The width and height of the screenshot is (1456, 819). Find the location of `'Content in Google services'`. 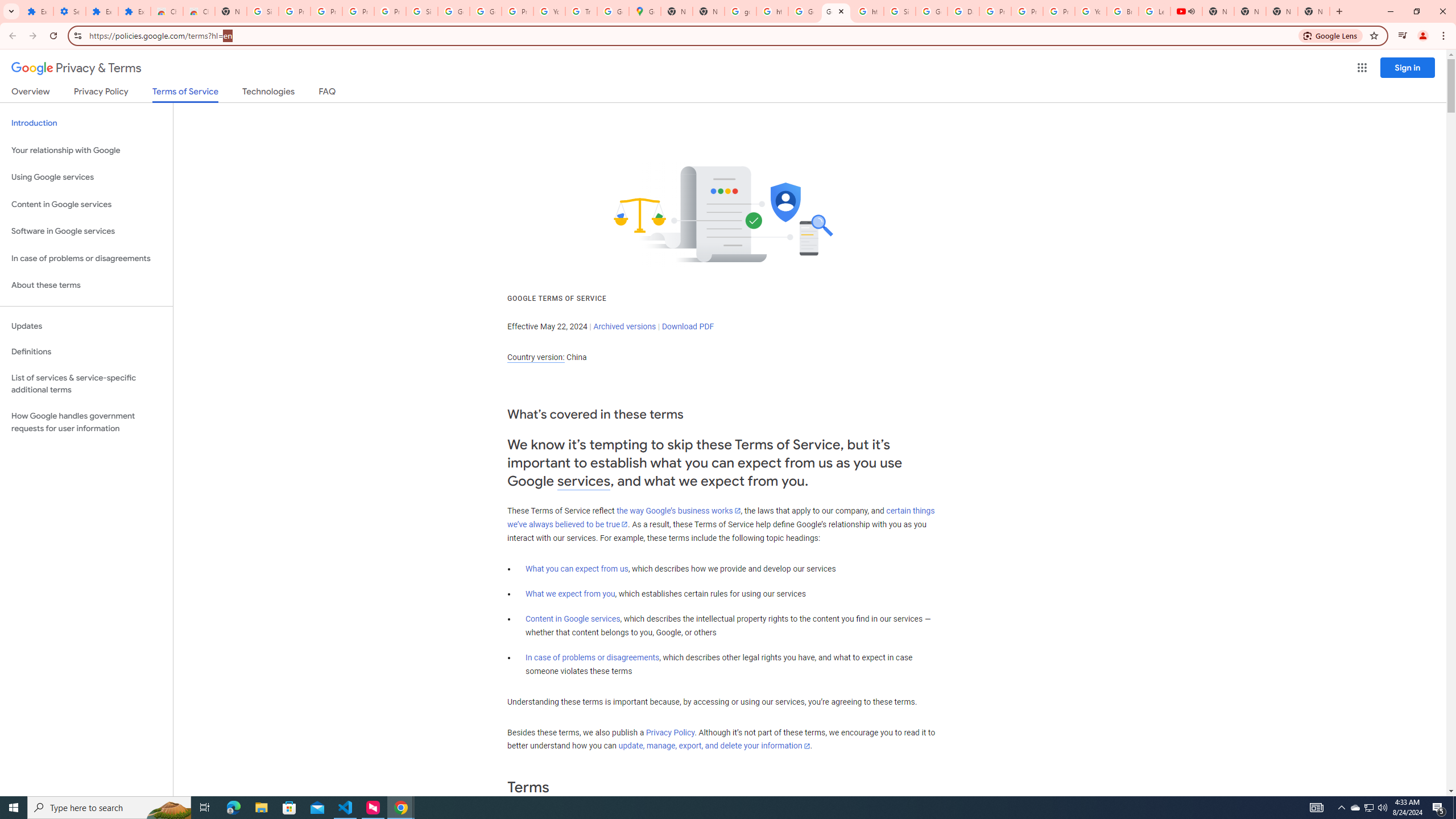

'Content in Google services' is located at coordinates (572, 618).